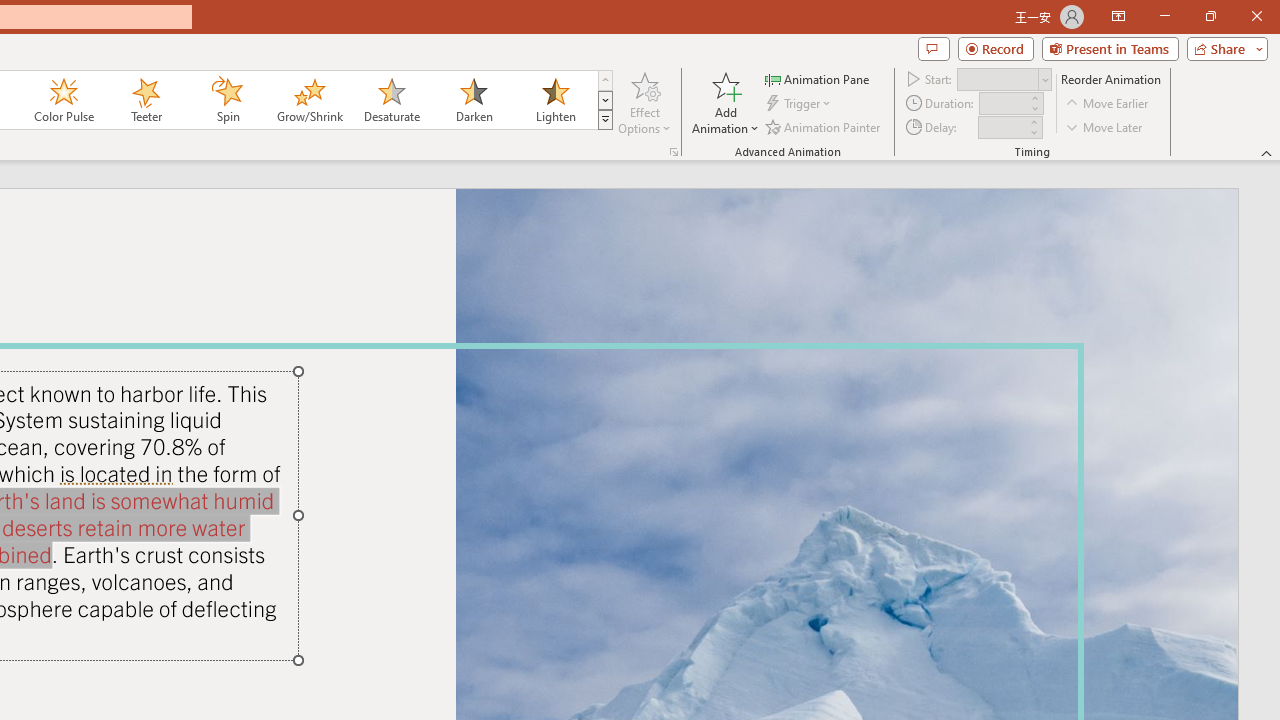 This screenshot has height=720, width=1280. What do you see at coordinates (604, 100) in the screenshot?
I see `'Row Down'` at bounding box center [604, 100].